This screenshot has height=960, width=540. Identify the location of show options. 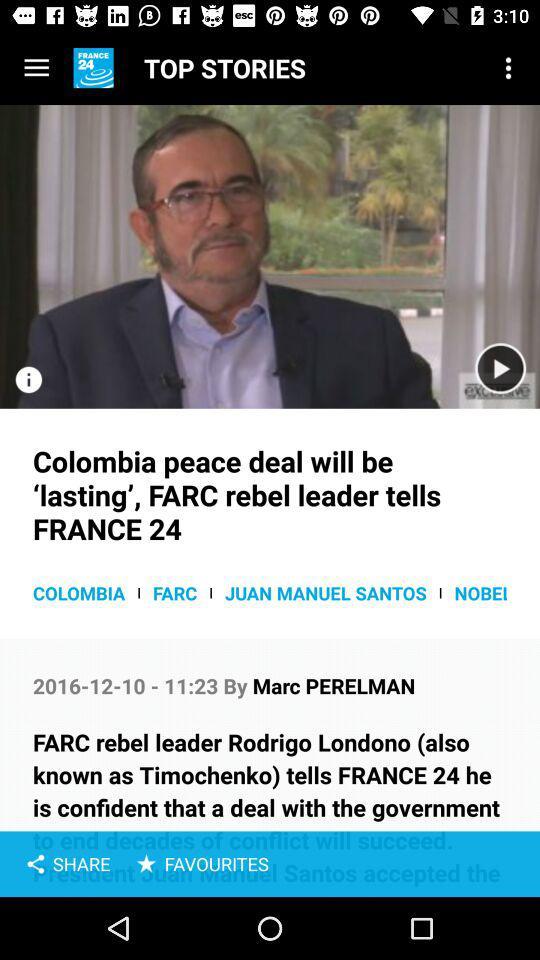
(36, 68).